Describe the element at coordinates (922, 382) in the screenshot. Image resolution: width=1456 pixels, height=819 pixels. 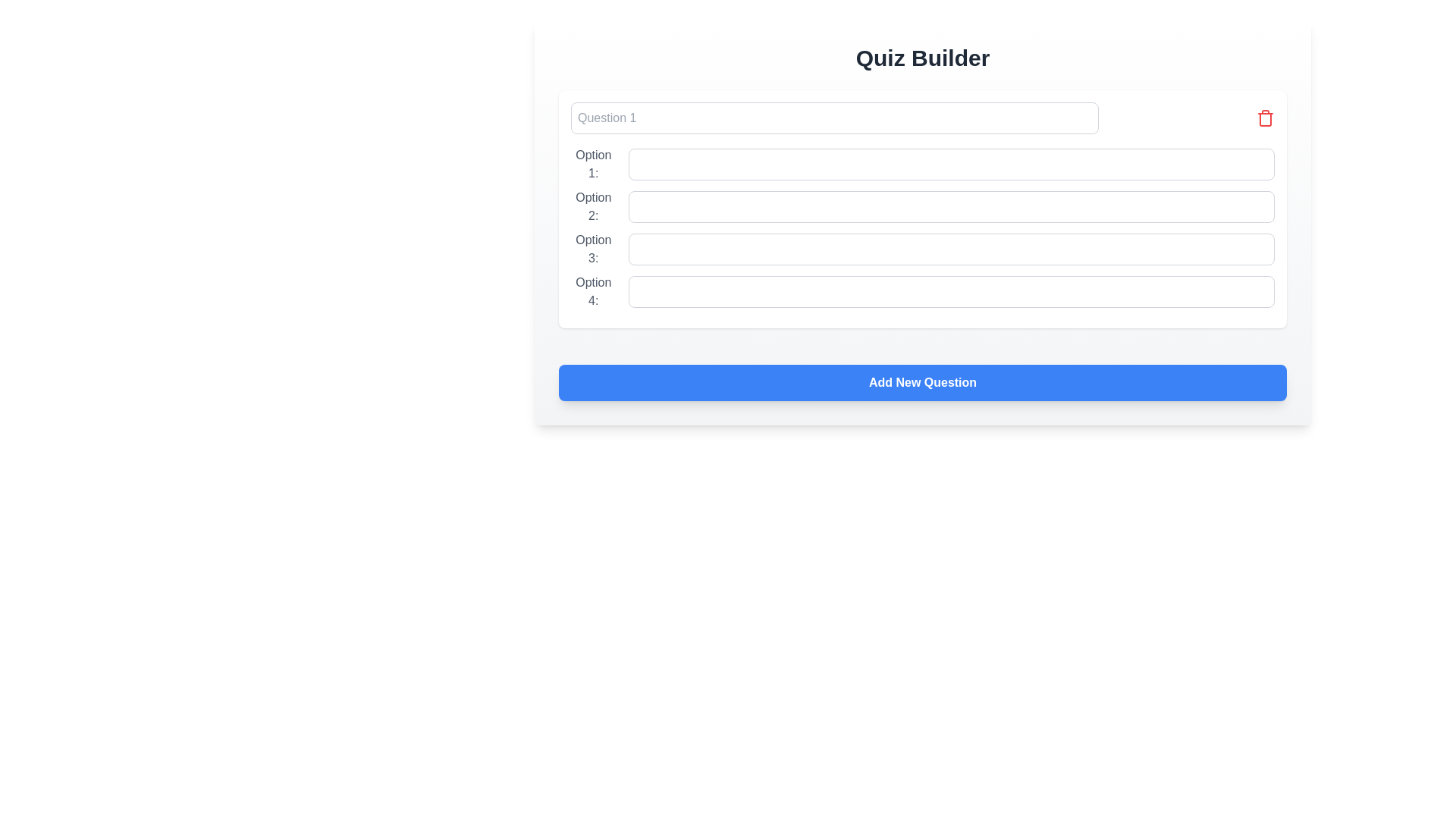
I see `the 'Add Question' button located at the bottom of the 'Quiz Builder' section` at that location.